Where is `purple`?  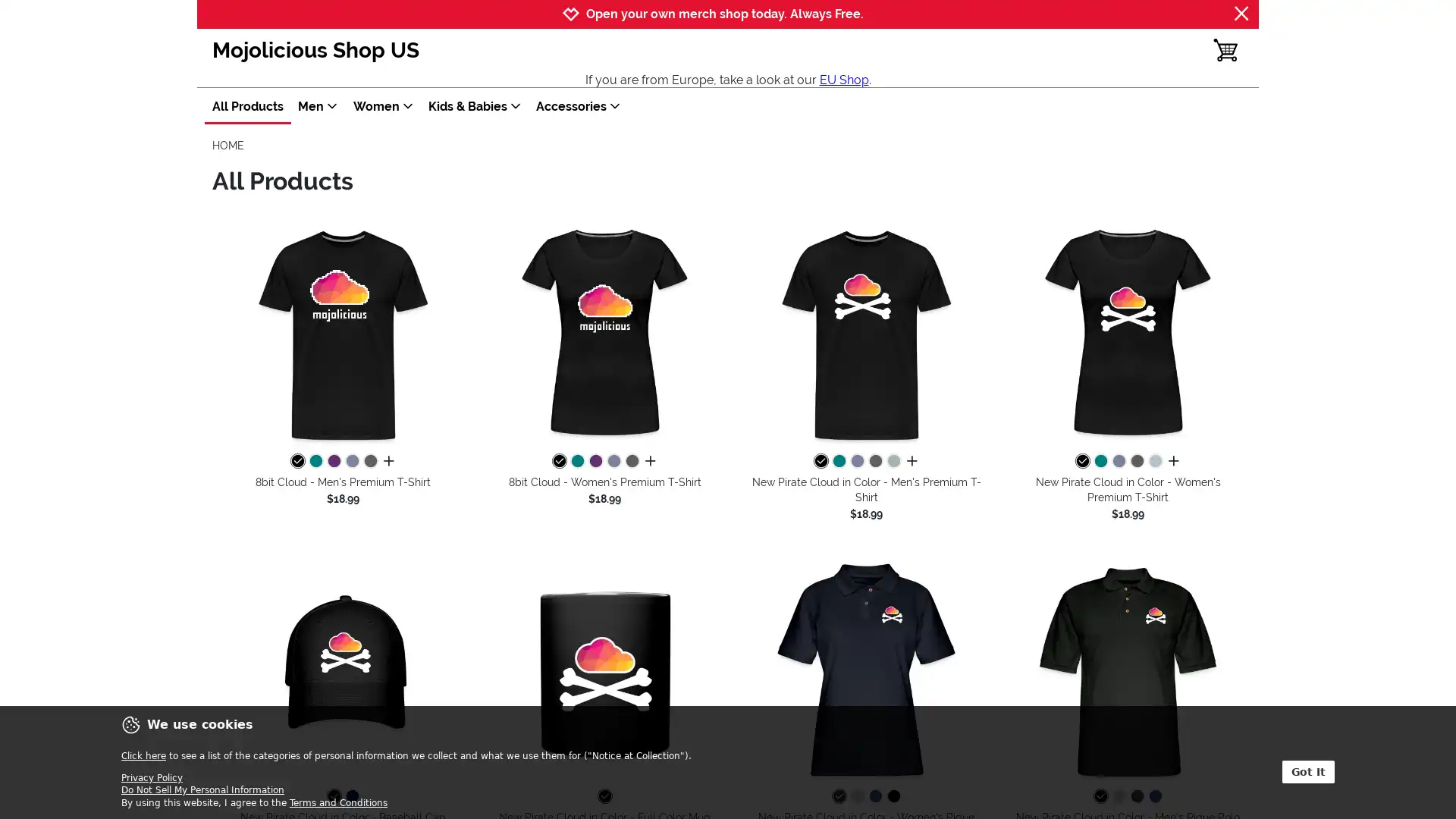
purple is located at coordinates (595, 461).